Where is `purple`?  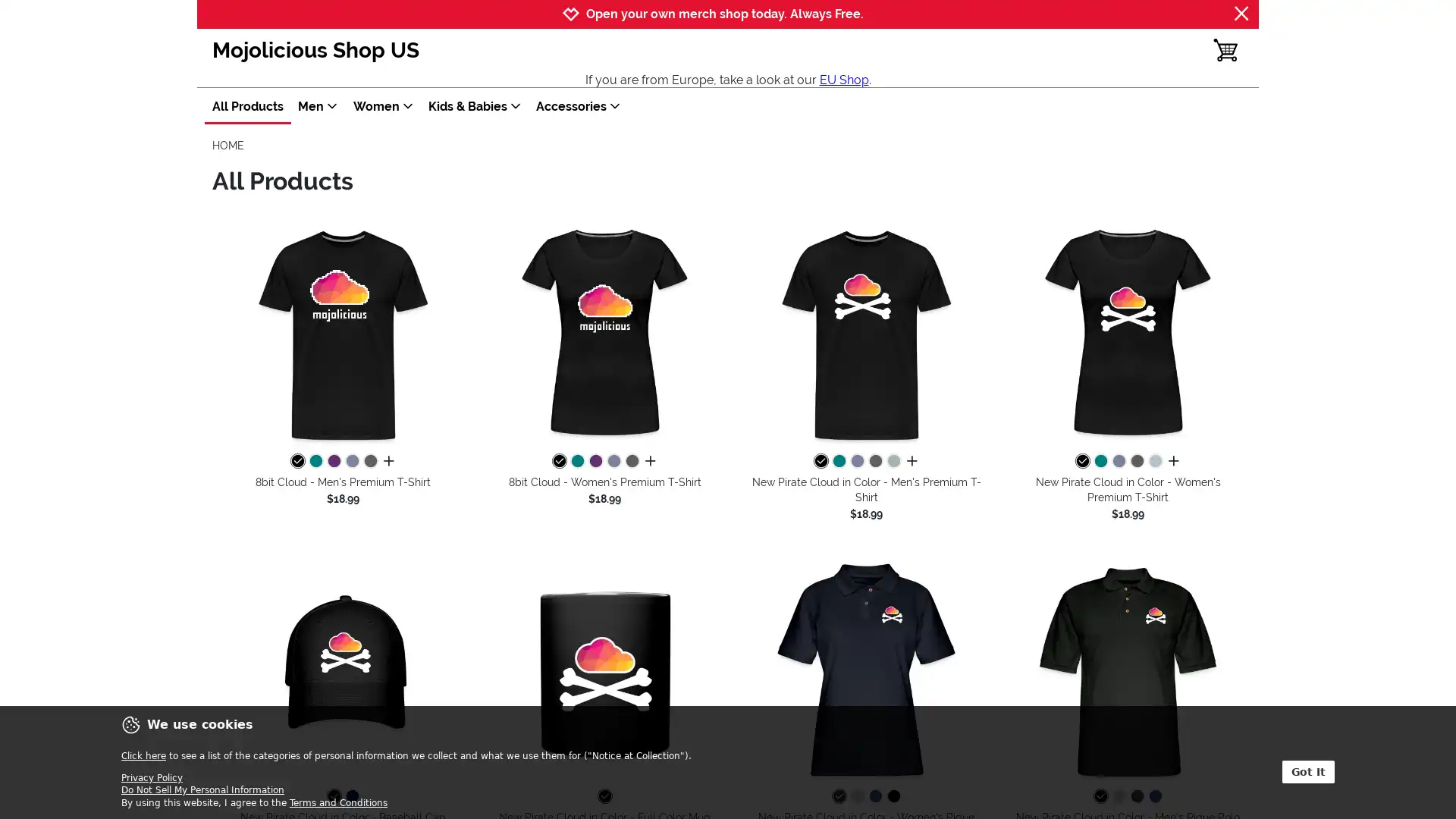
purple is located at coordinates (595, 461).